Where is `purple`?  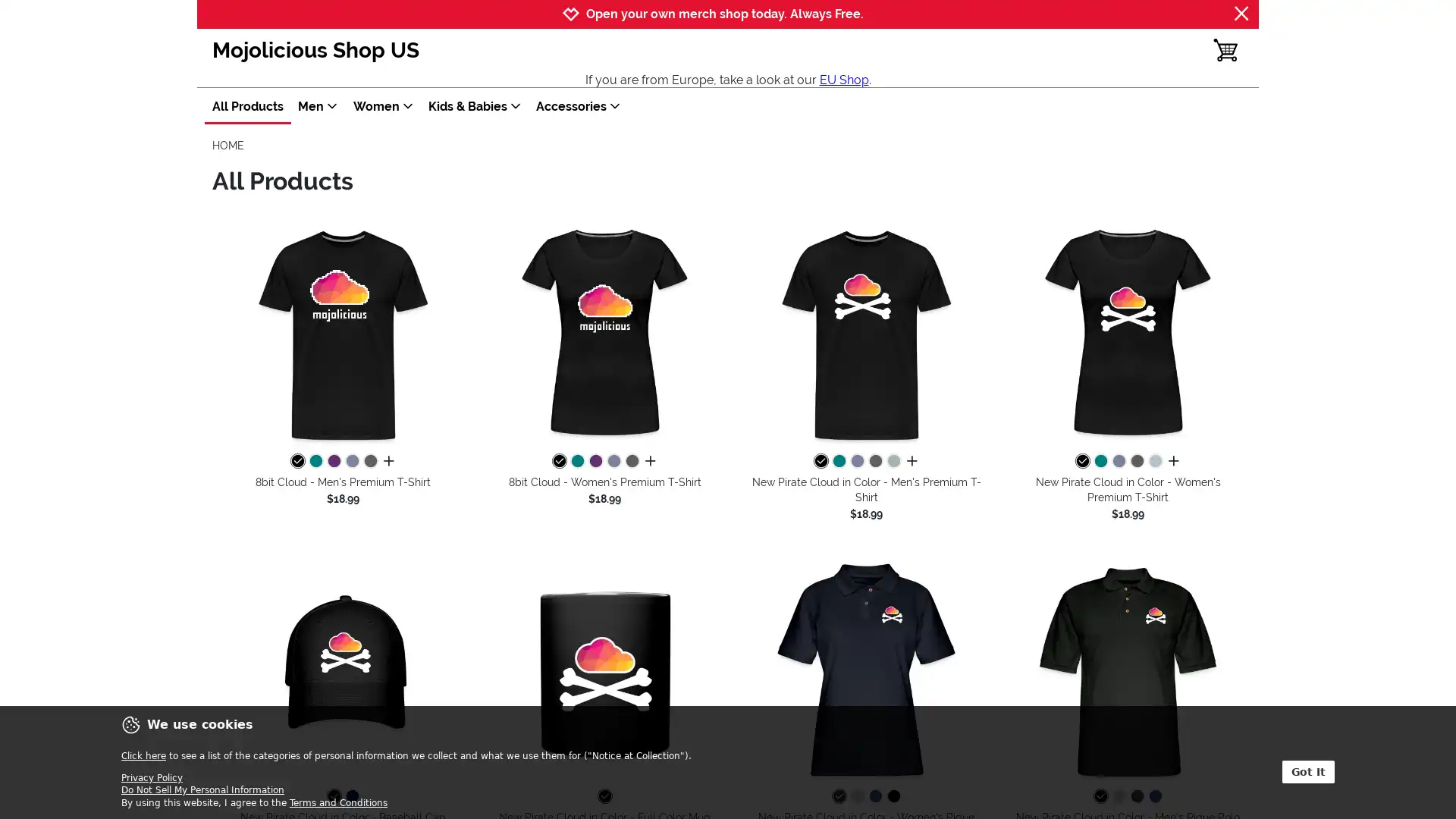
purple is located at coordinates (595, 461).